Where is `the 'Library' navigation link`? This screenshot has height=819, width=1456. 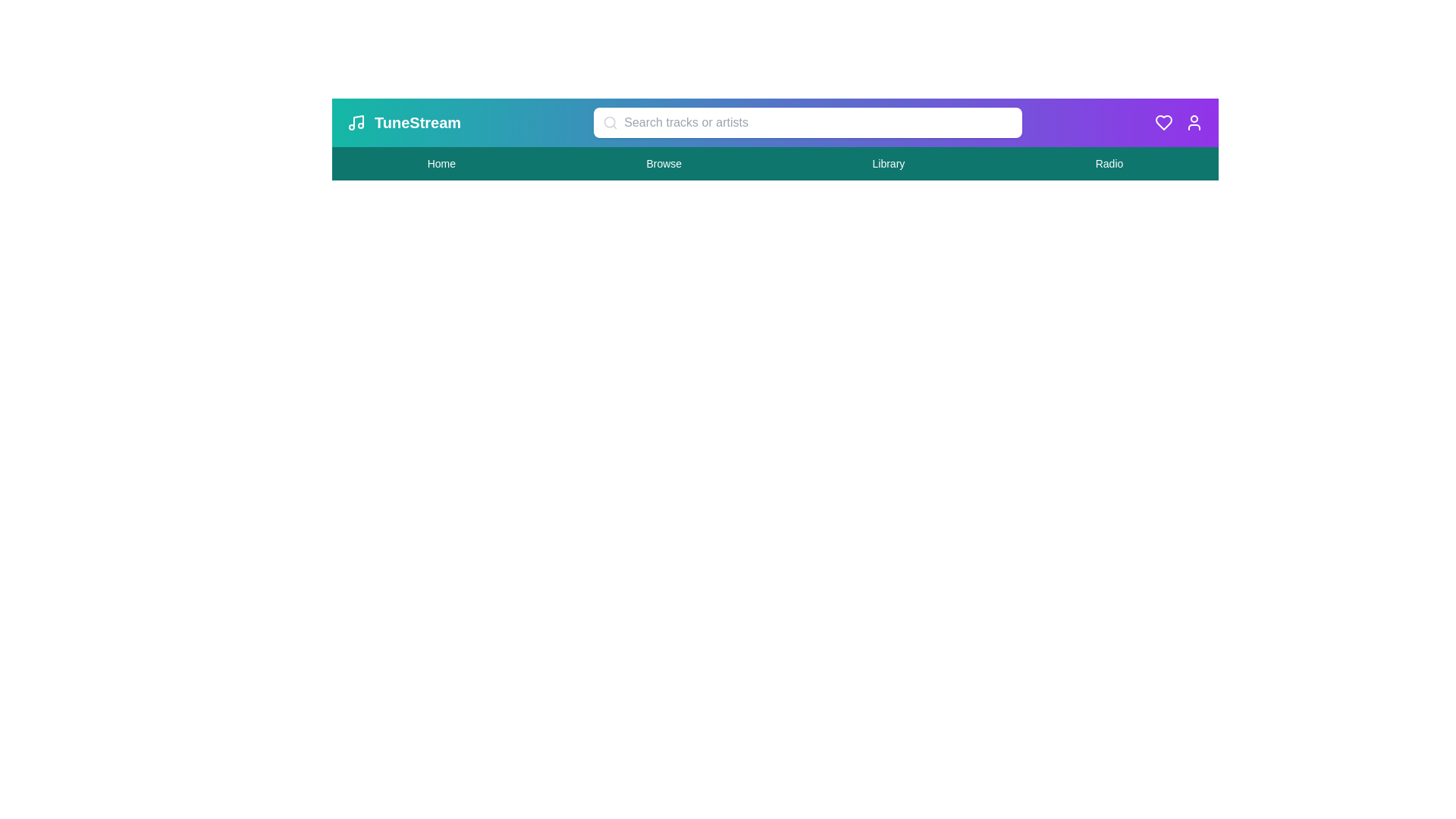 the 'Library' navigation link is located at coordinates (888, 164).